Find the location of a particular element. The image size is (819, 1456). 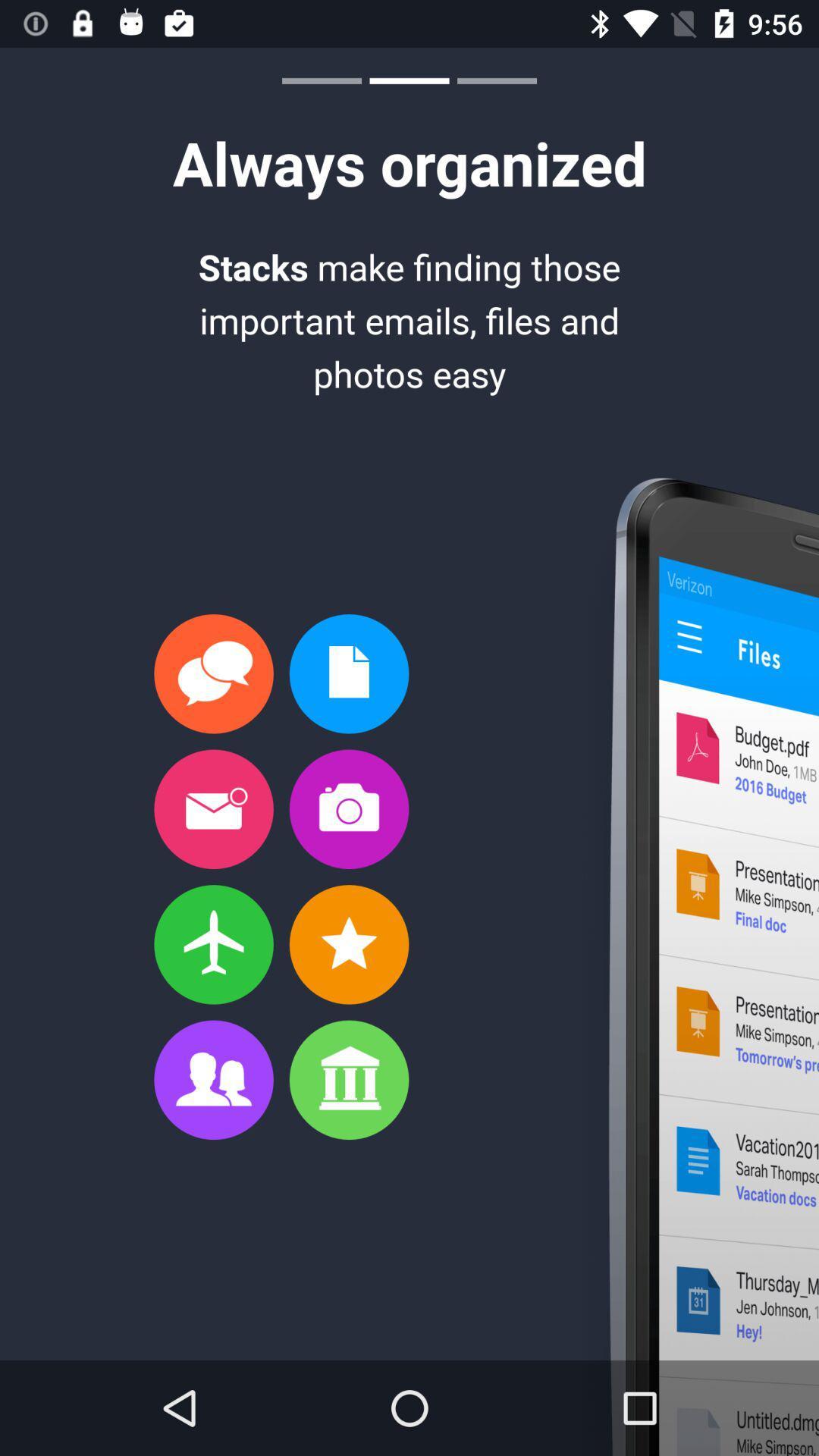

first option is located at coordinates (213, 673).